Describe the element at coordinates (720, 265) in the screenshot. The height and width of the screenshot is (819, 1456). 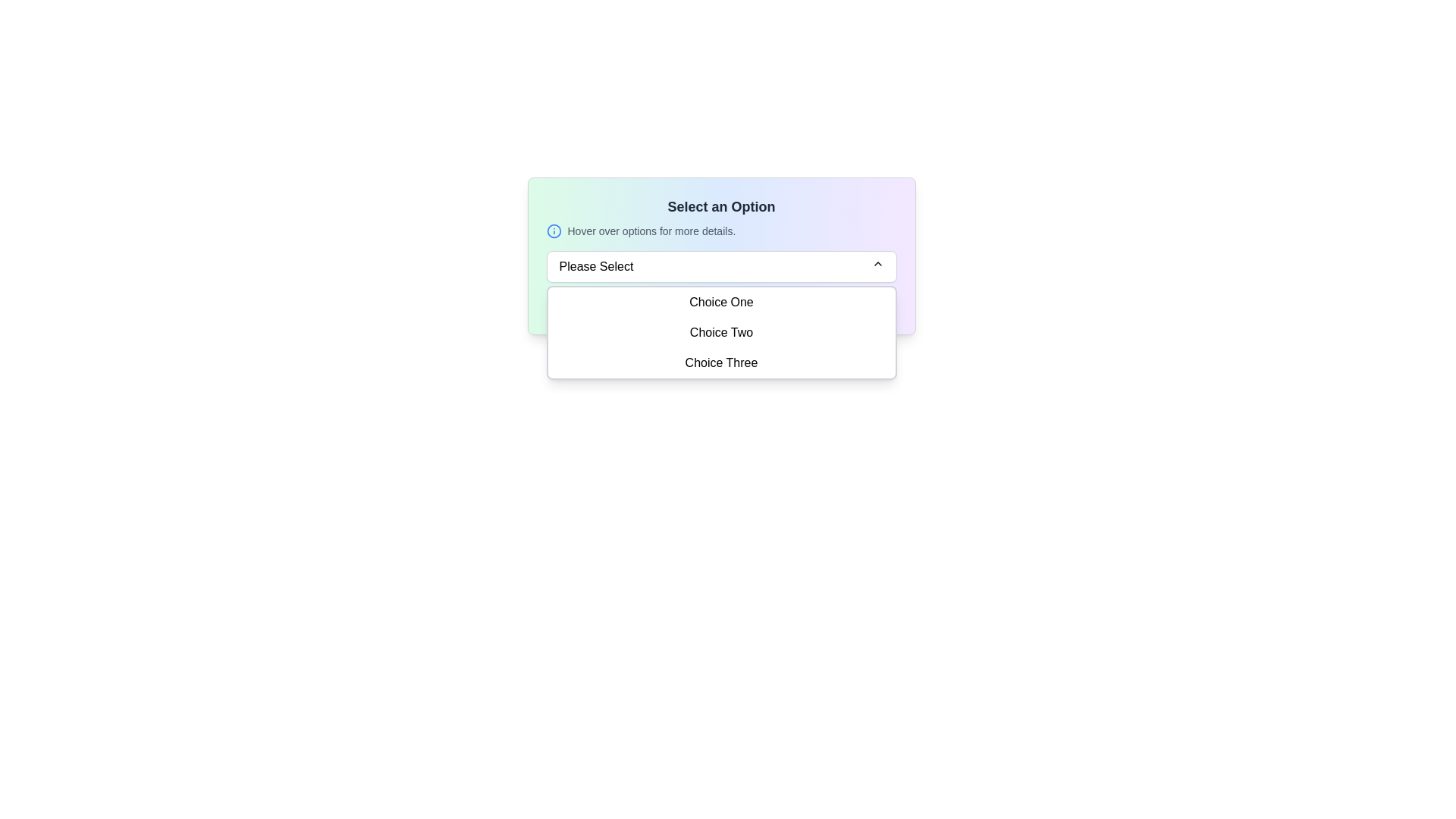
I see `the dropdown menu labeled 'Please Select'` at that location.